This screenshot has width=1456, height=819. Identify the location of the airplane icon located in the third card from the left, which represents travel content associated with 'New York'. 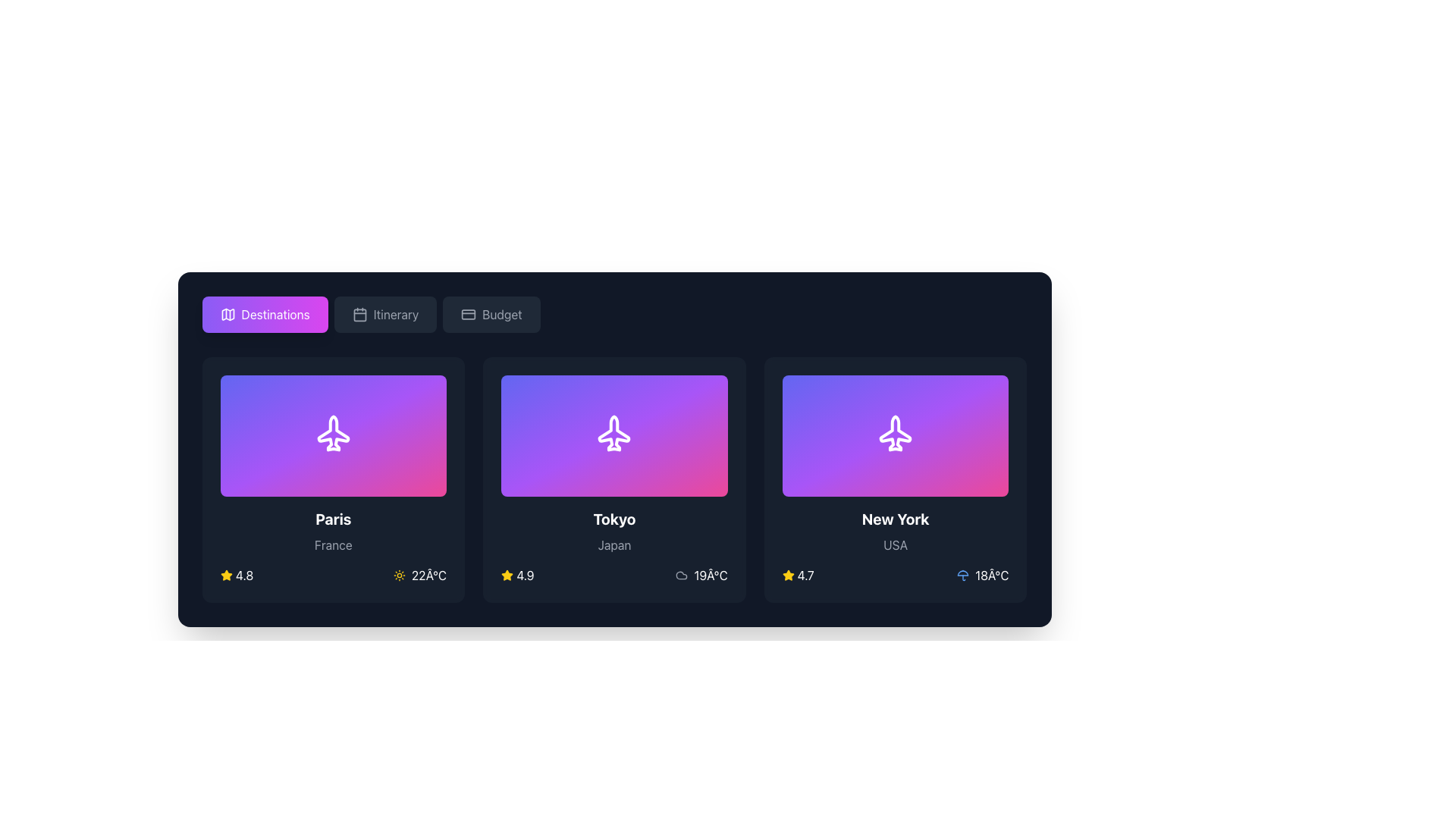
(896, 435).